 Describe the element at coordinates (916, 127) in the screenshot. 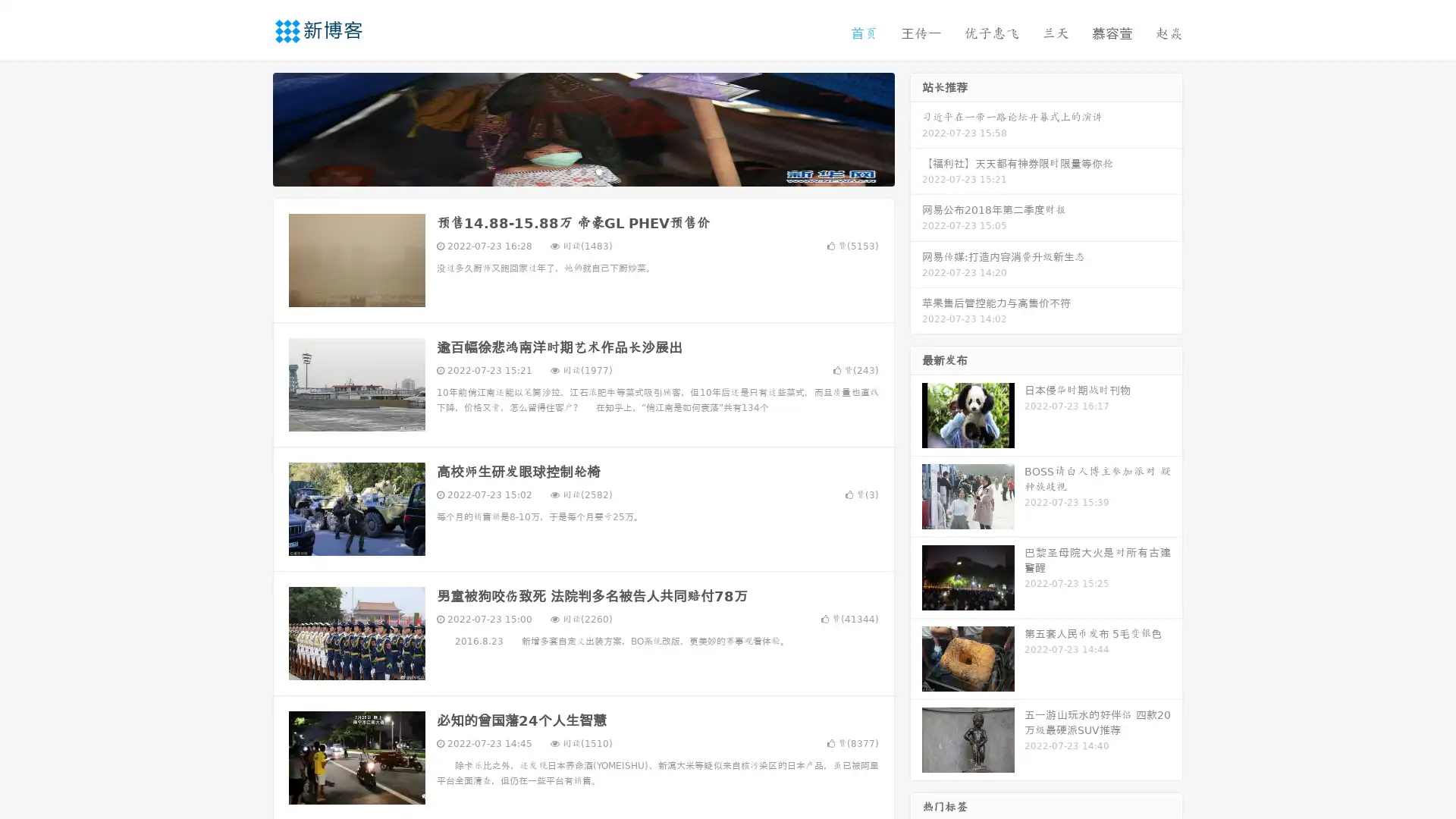

I see `Next slide` at that location.